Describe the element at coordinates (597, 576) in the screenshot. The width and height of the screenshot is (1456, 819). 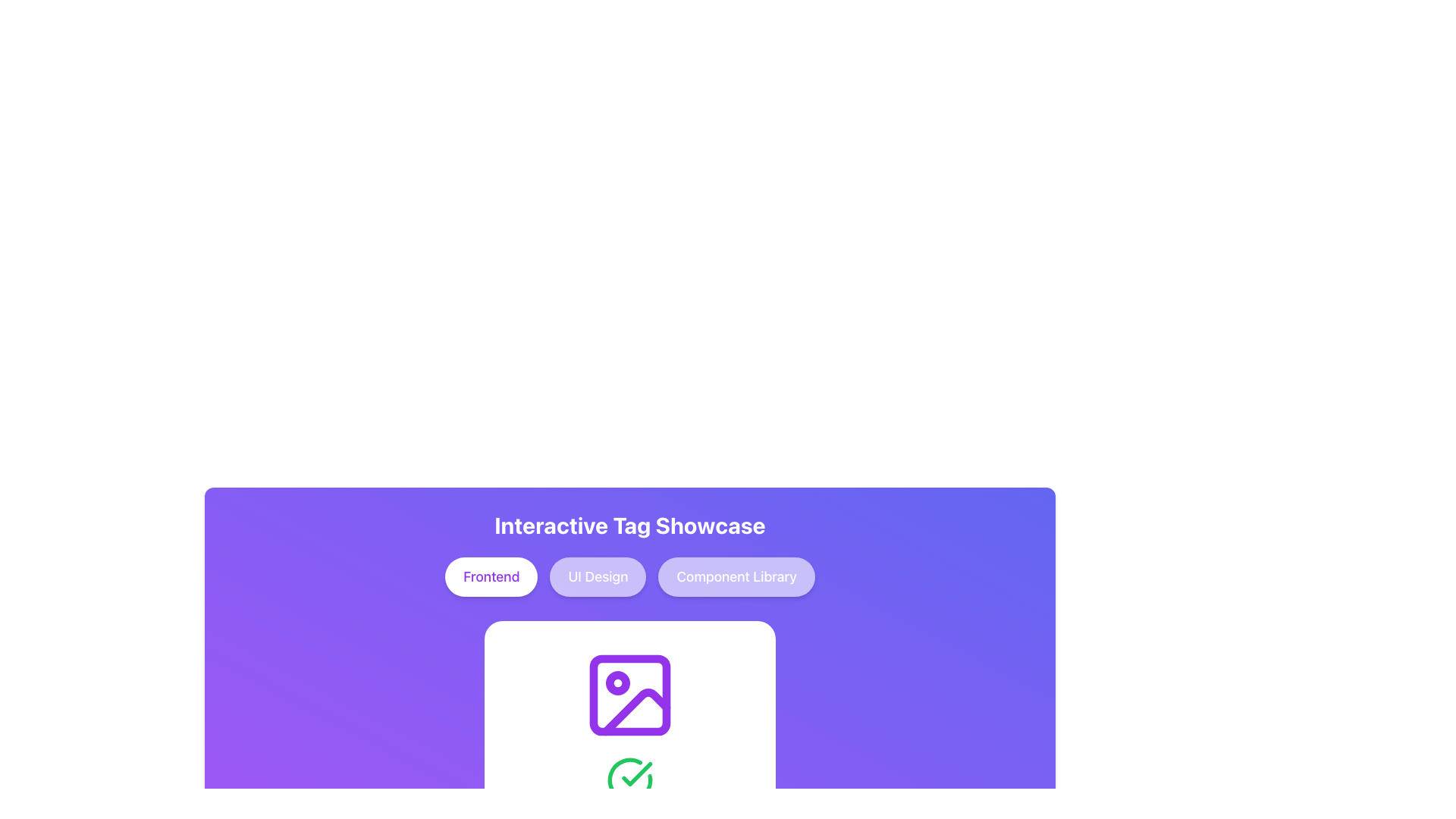
I see `the interactive button labeled 'UI Design'` at that location.